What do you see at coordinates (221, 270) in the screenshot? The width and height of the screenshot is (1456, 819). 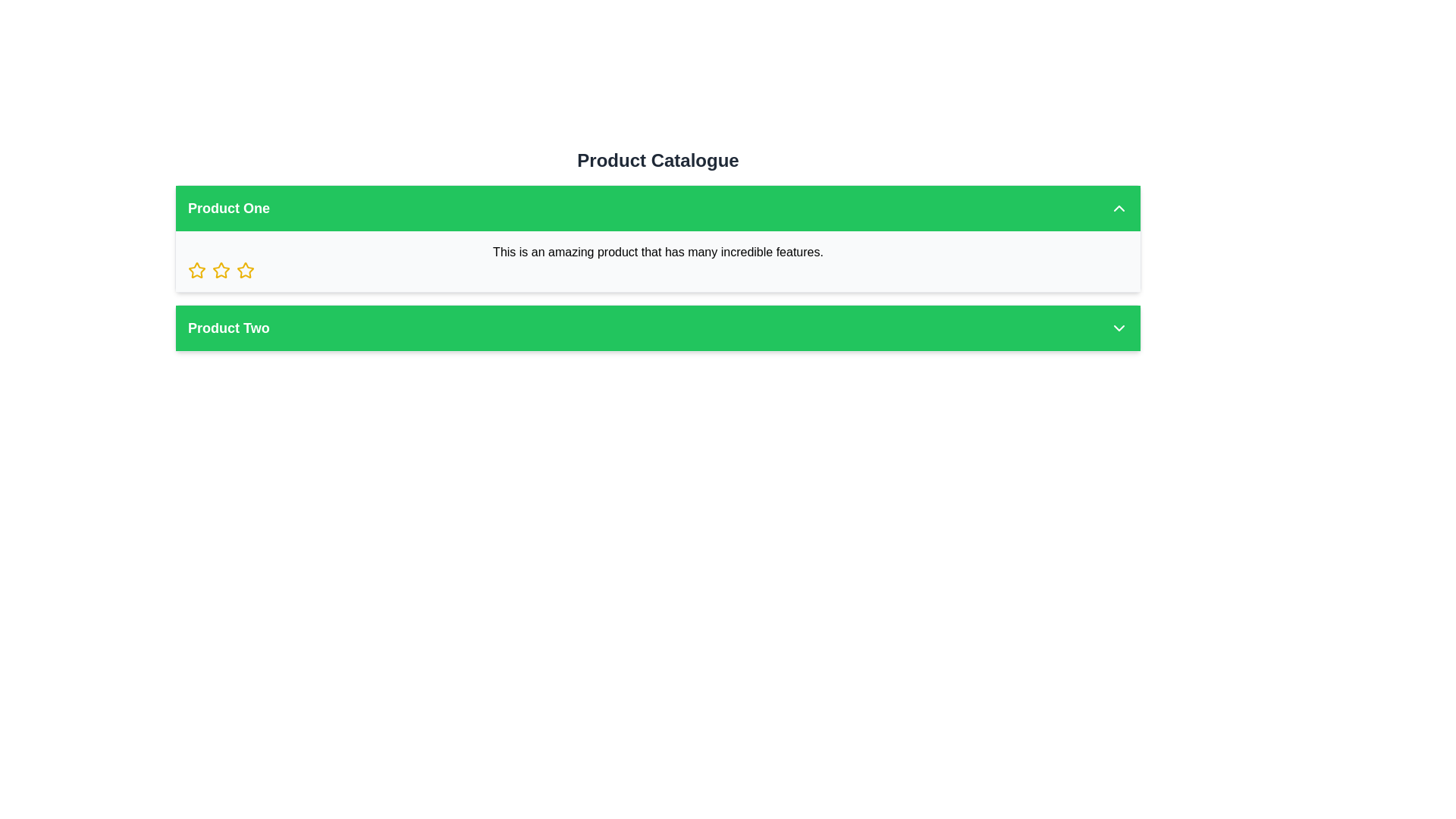 I see `the second star-shaped icon with a yellow outline in the rating section below 'Product One'` at bounding box center [221, 270].